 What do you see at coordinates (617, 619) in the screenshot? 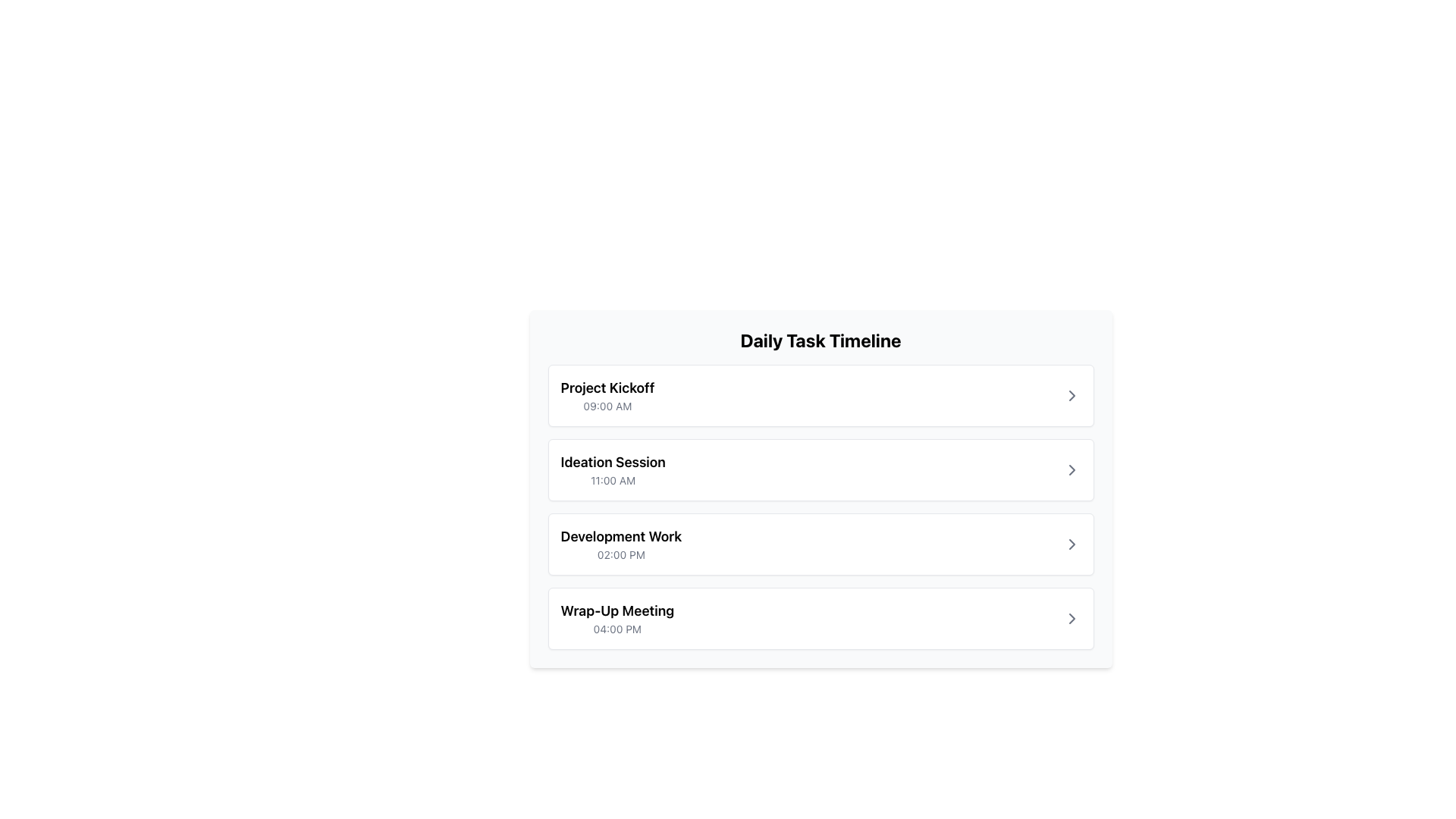
I see `the Textual Display Element that shows the scheduled event titled 'Wrap-Up Meeting' at '04:00 PM', located in the 'Daily Task Timeline' card` at bounding box center [617, 619].